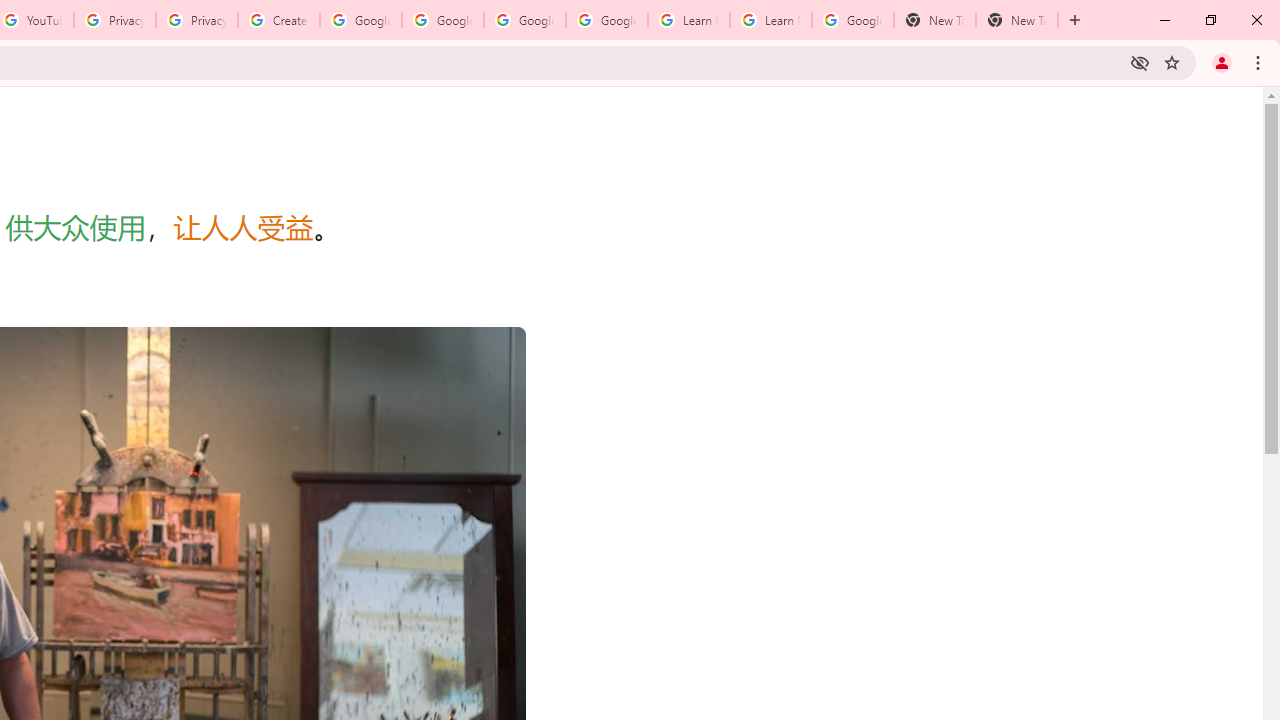  I want to click on 'New Tab', so click(1016, 20).